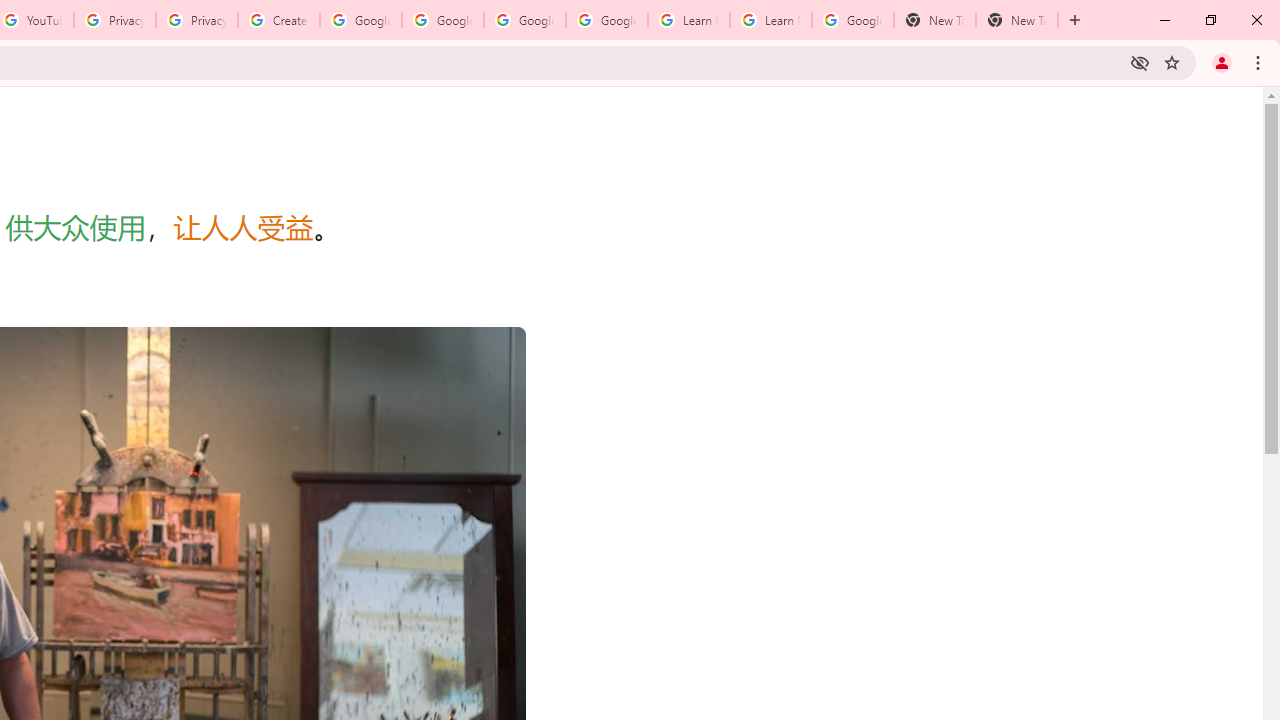  I want to click on 'New Tab', so click(1016, 20).